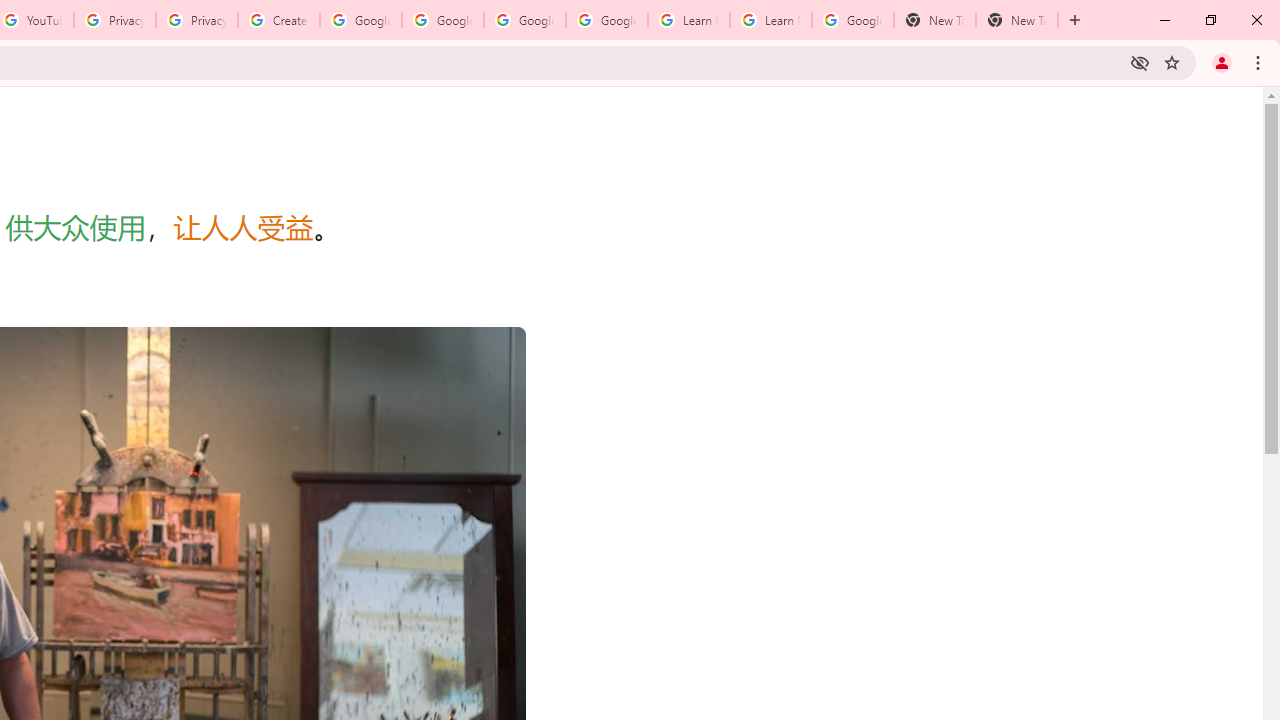  I want to click on 'New Tab', so click(1016, 20).